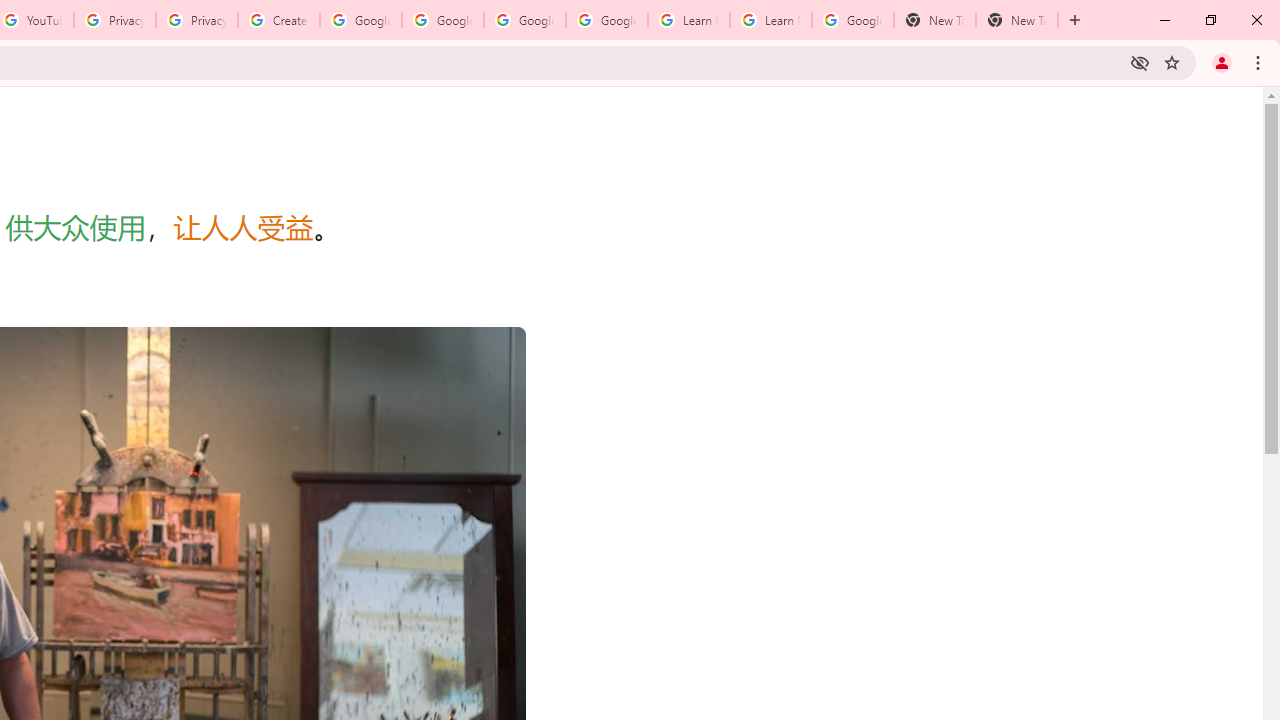  I want to click on 'New Tab', so click(1016, 20).